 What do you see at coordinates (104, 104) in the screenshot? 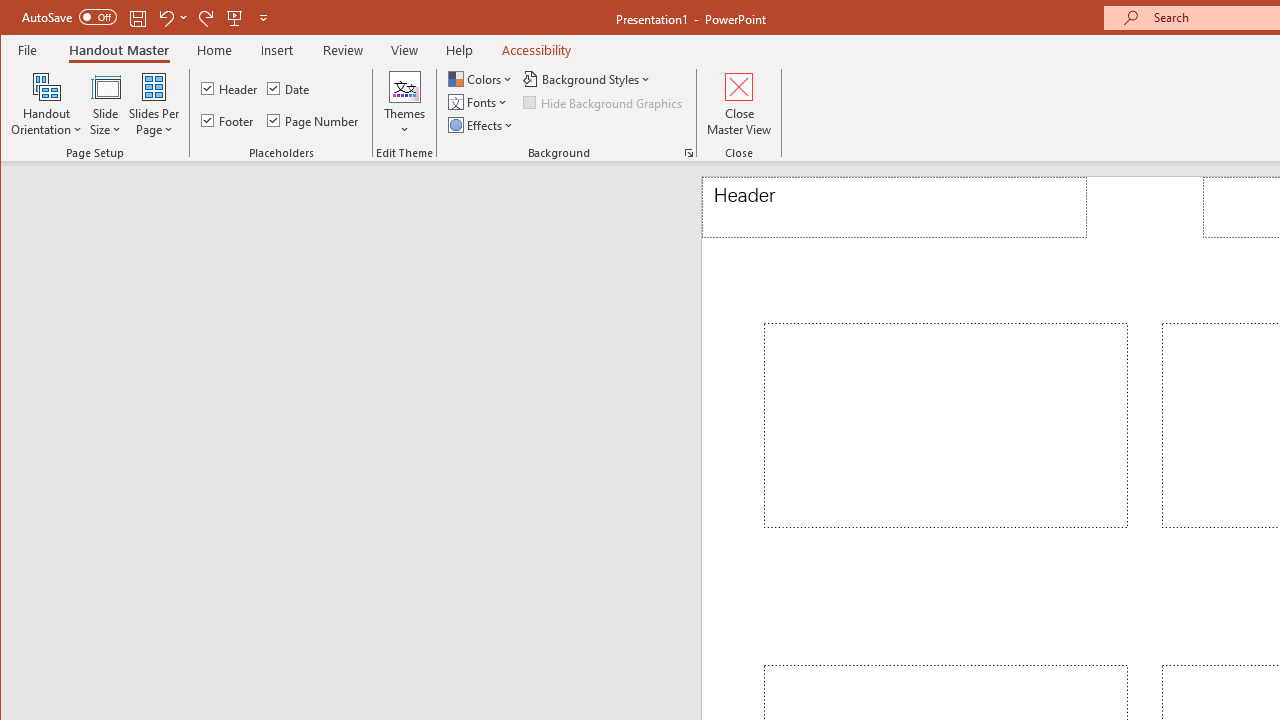
I see `'Slide Size'` at bounding box center [104, 104].